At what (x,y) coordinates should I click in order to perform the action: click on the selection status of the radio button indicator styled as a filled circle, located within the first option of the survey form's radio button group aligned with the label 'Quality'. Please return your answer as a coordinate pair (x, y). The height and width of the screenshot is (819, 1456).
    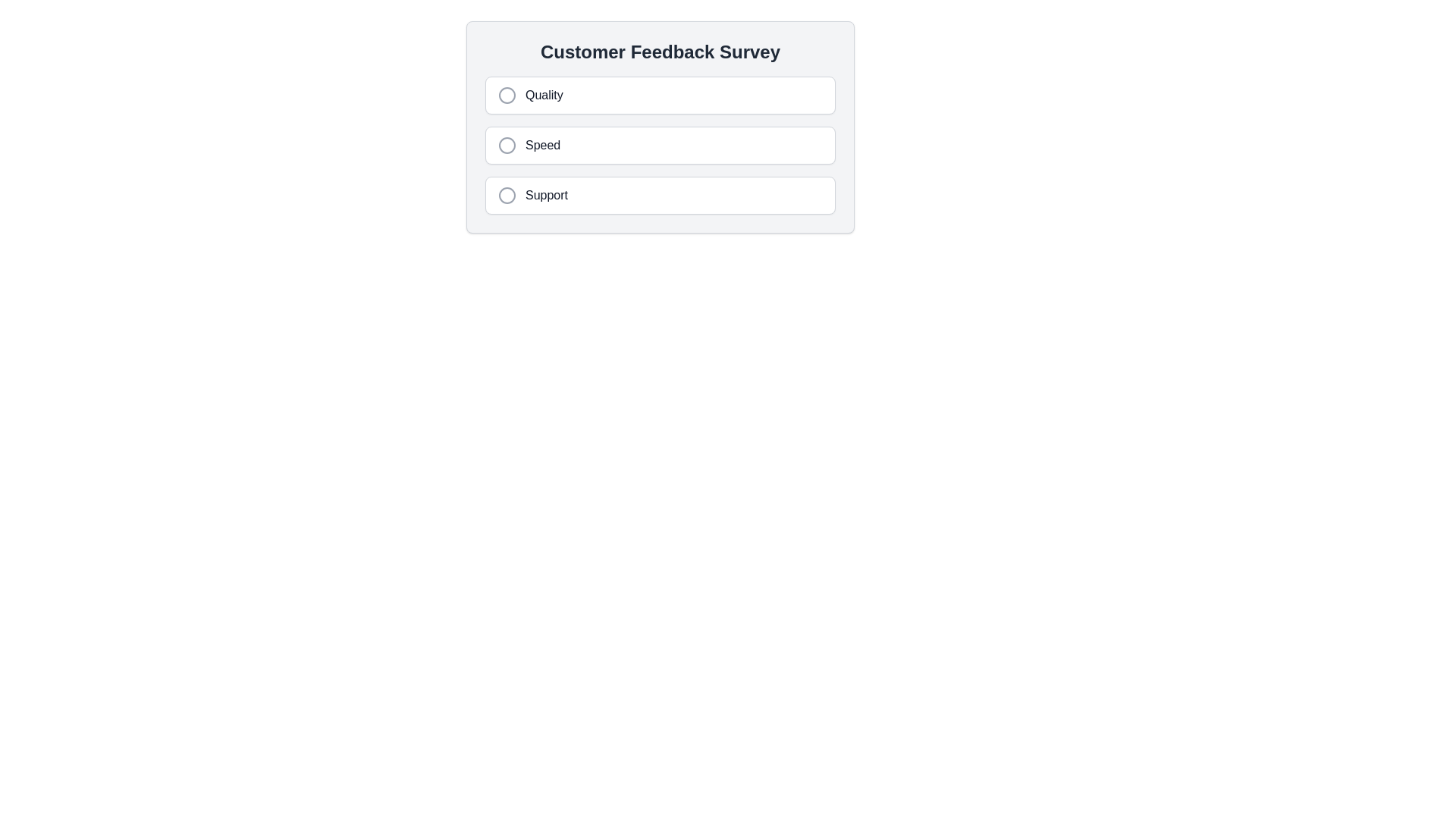
    Looking at the image, I should click on (507, 96).